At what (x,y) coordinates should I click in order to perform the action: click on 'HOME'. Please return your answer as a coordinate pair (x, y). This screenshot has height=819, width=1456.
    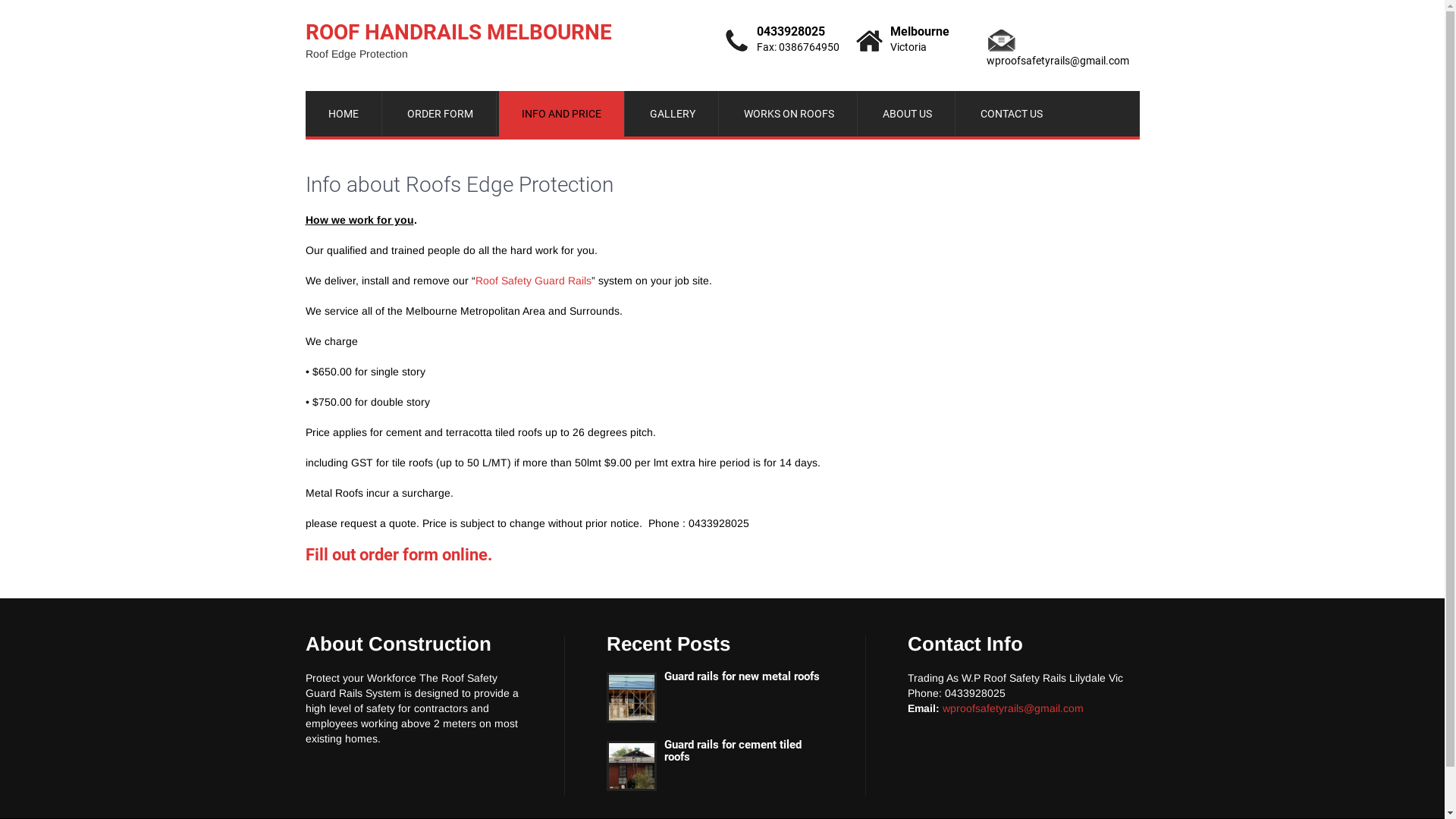
    Looking at the image, I should click on (342, 113).